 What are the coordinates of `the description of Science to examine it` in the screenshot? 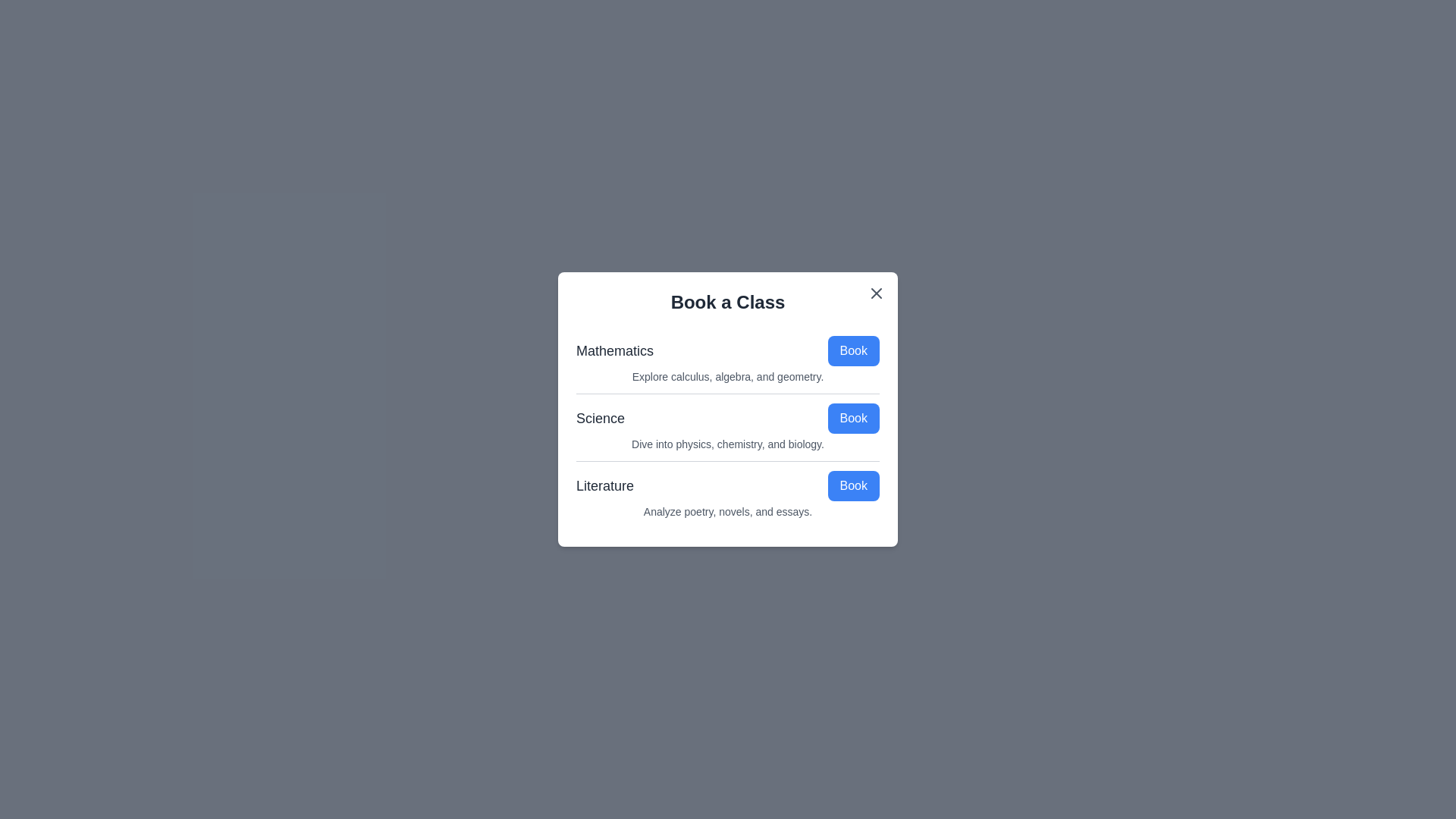 It's located at (728, 444).